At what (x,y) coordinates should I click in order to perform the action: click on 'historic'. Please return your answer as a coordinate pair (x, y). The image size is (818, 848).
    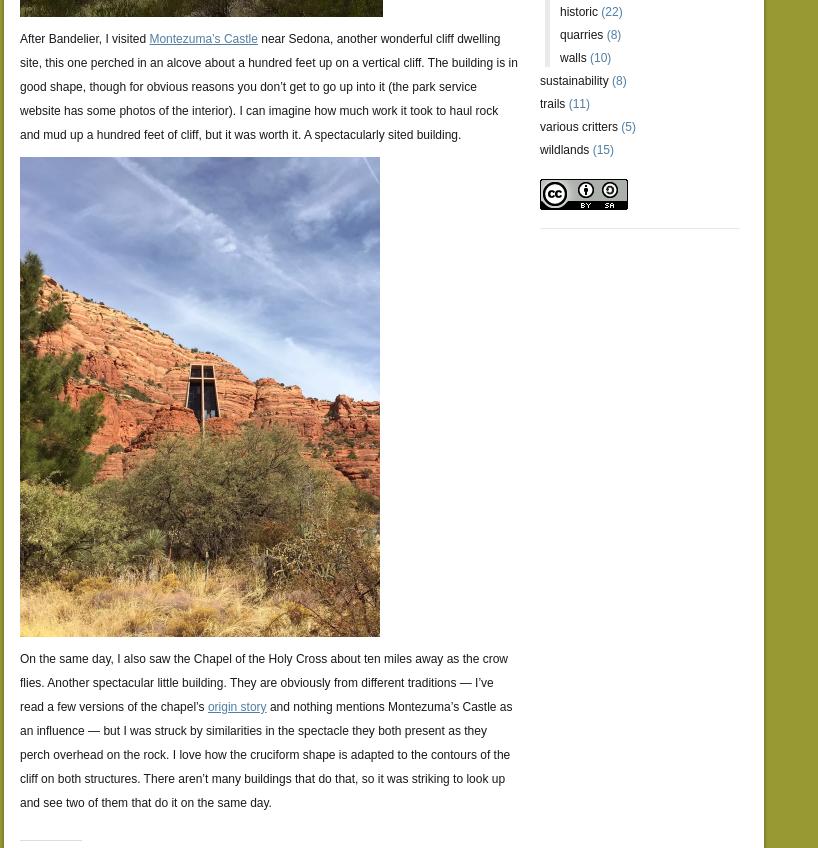
    Looking at the image, I should click on (577, 11).